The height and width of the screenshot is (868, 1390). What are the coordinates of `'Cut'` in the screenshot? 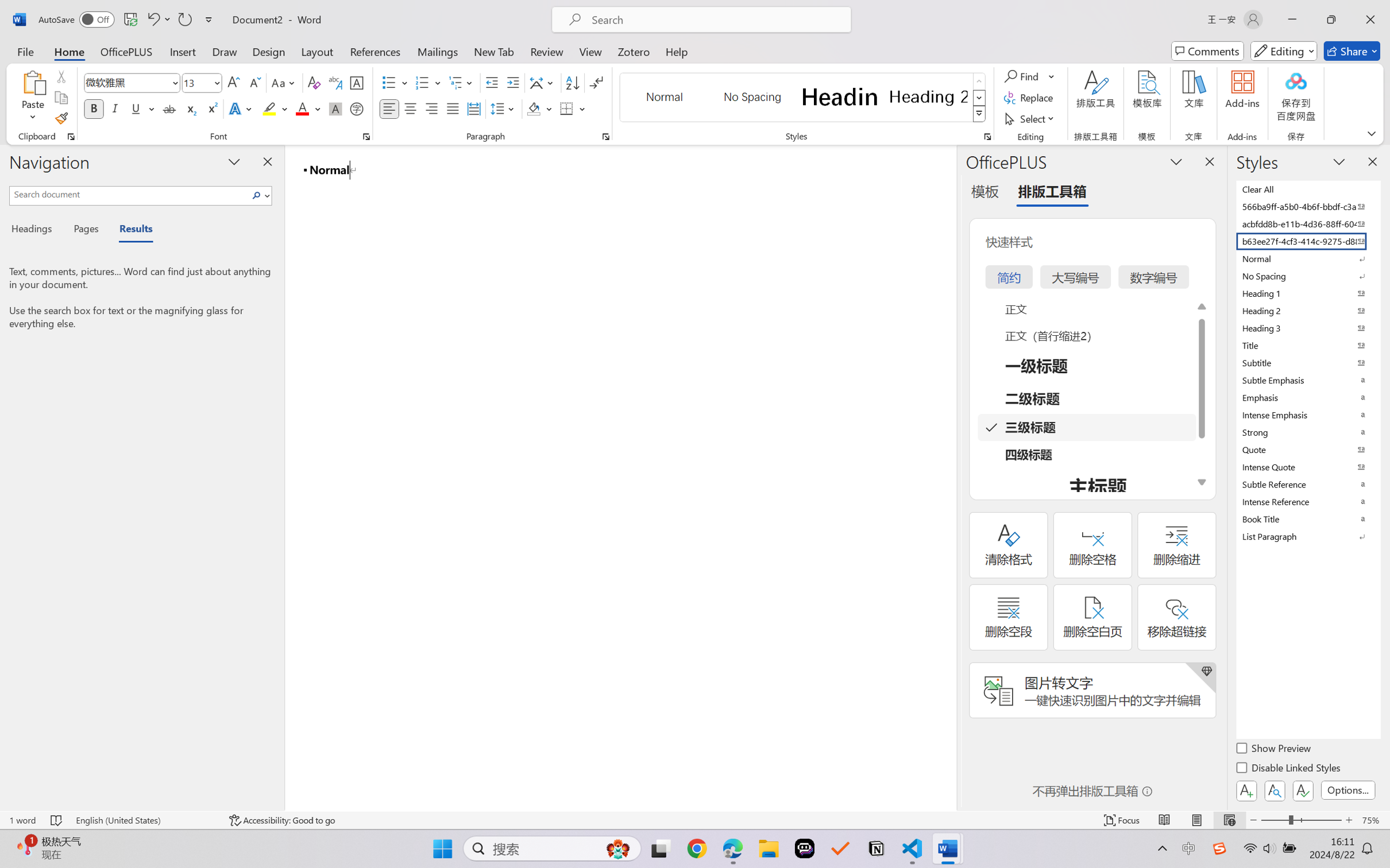 It's located at (60, 75).